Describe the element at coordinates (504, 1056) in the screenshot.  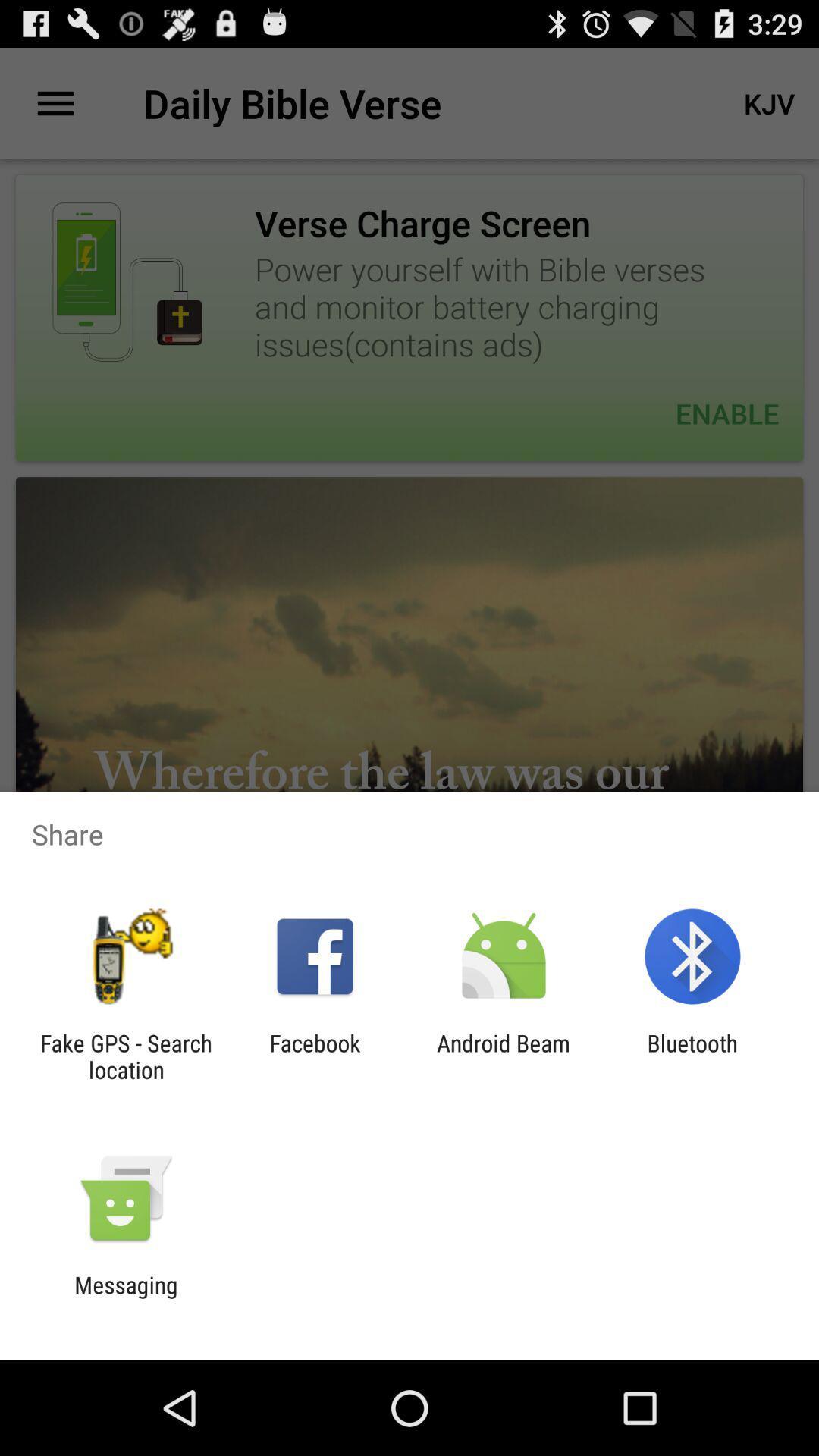
I see `icon next to facebook` at that location.